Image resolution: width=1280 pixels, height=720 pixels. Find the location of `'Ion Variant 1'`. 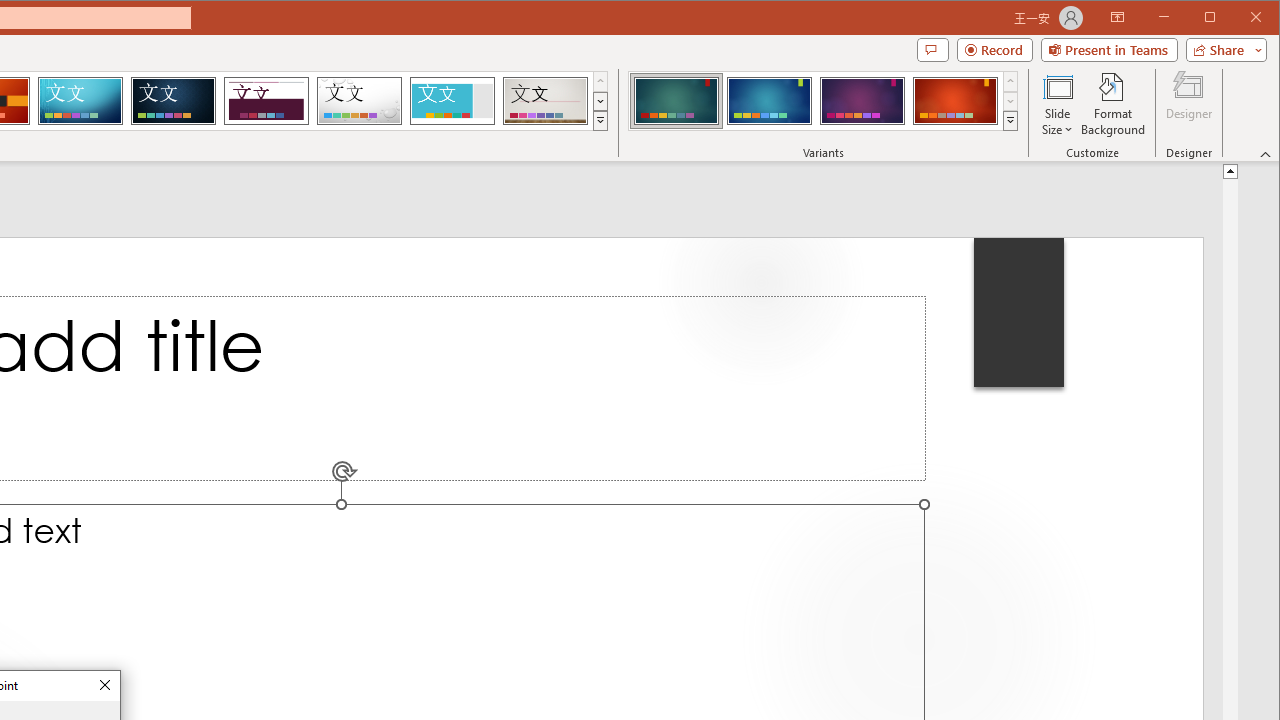

'Ion Variant 1' is located at coordinates (676, 100).